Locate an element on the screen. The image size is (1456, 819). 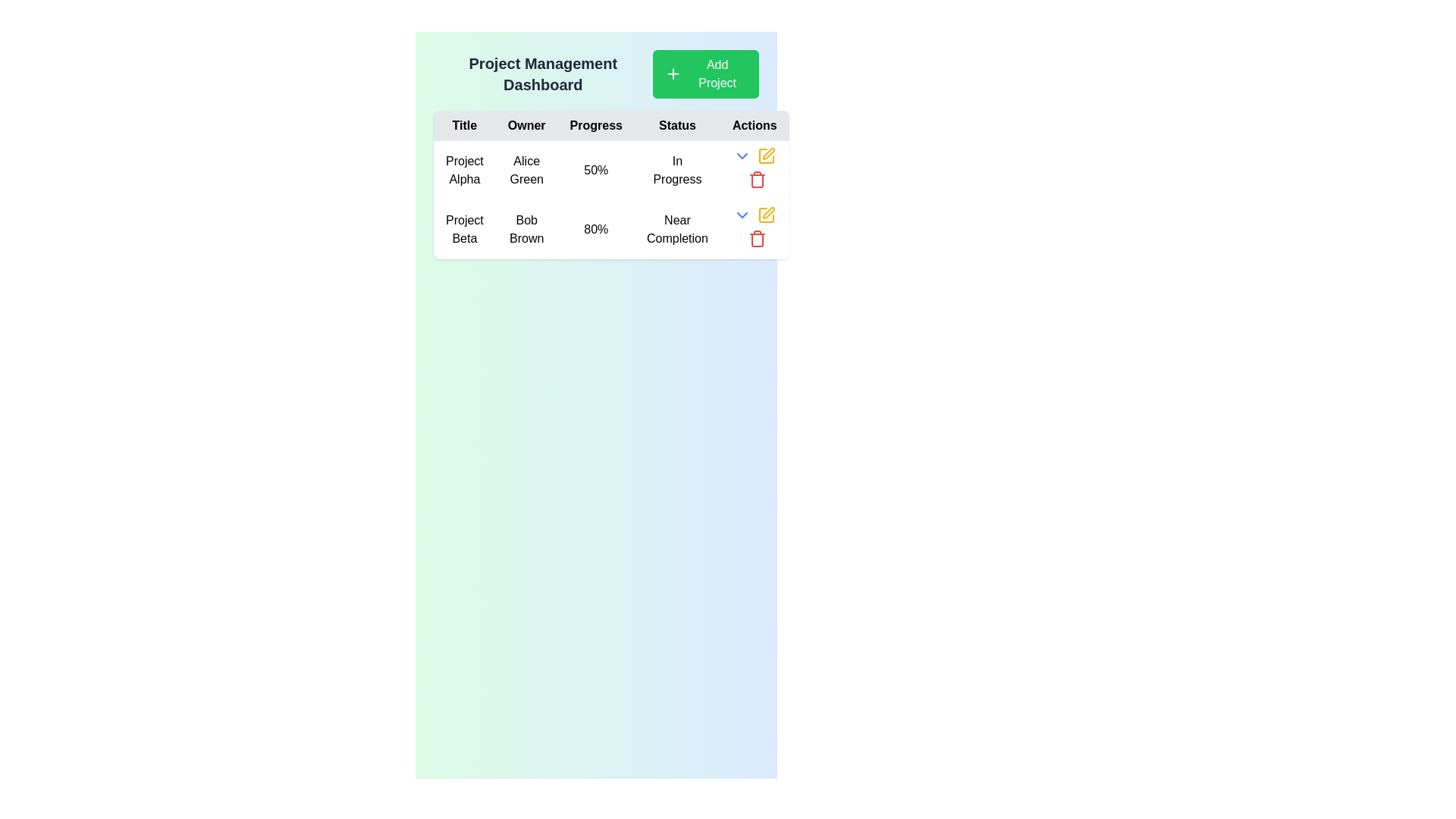
data displayed in the second row of the data table containing project-related information, including project name, owner, progress percentage, status, and action icons is located at coordinates (611, 230).